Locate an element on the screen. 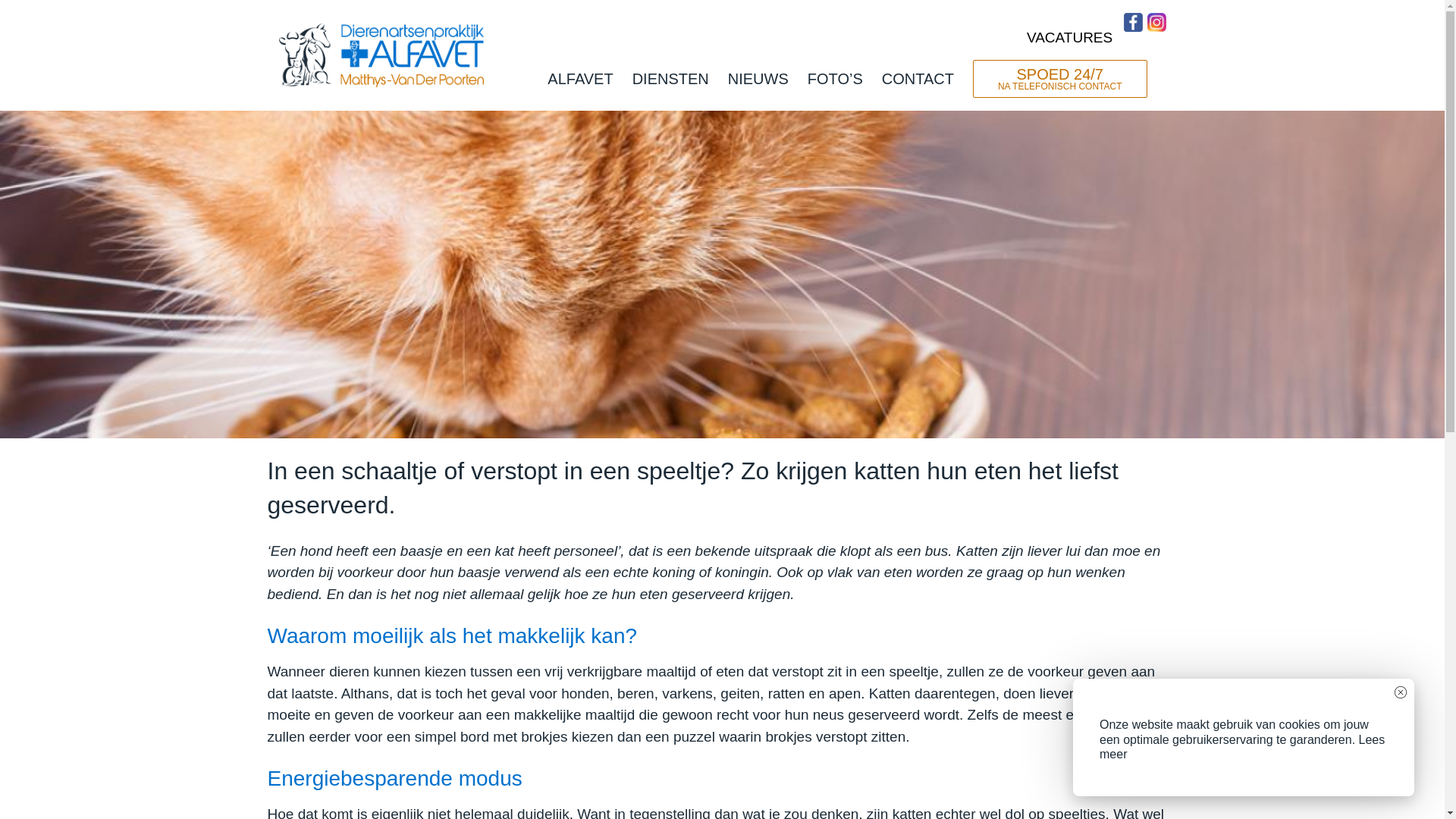 The image size is (1456, 819). 'SPOED 24/7 is located at coordinates (1059, 79).